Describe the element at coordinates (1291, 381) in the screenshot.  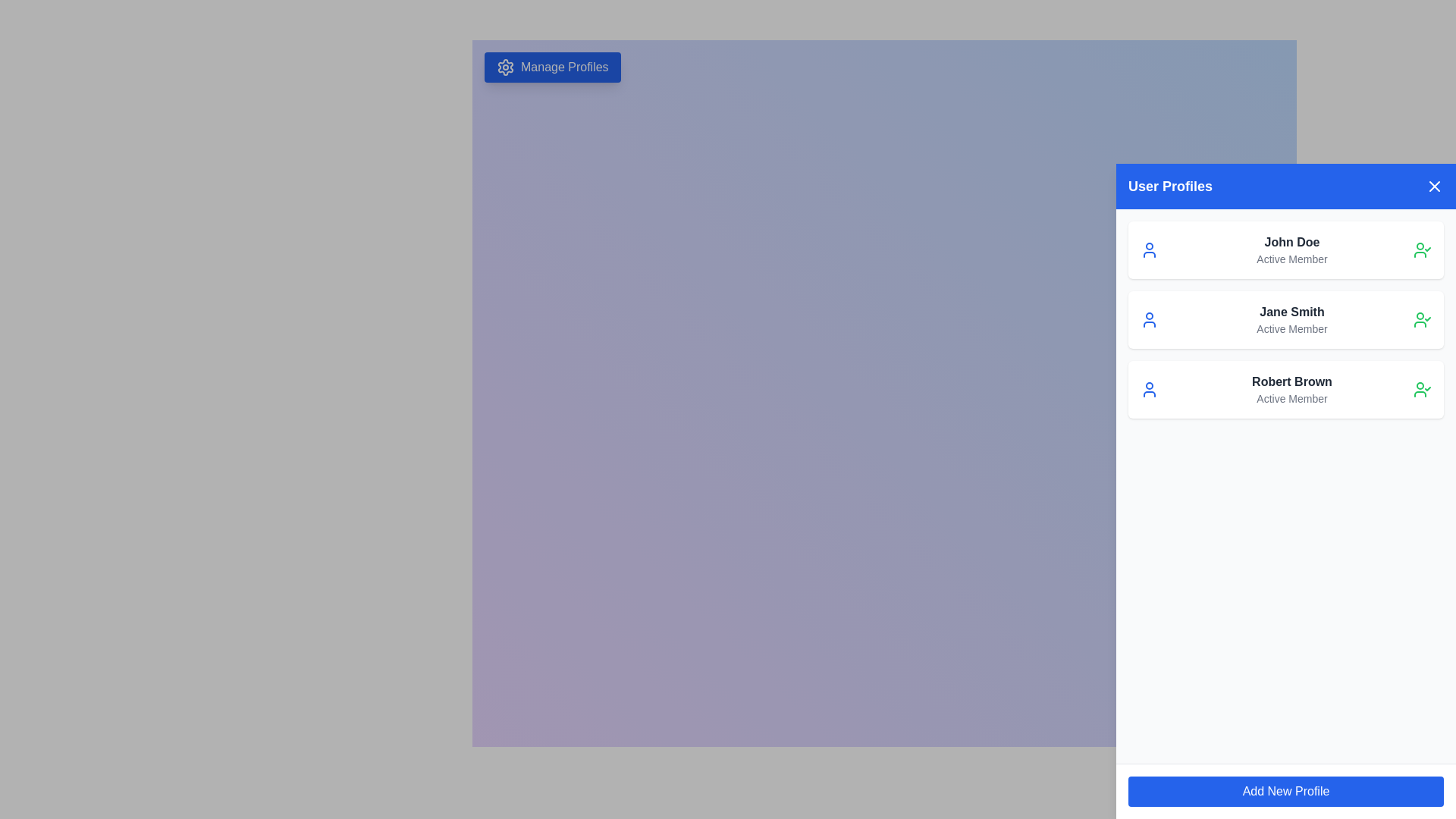
I see `the text element displaying the name 'Robert Brown', which serves as a label for the associated user profile entry in the User Profiles sidebar` at that location.